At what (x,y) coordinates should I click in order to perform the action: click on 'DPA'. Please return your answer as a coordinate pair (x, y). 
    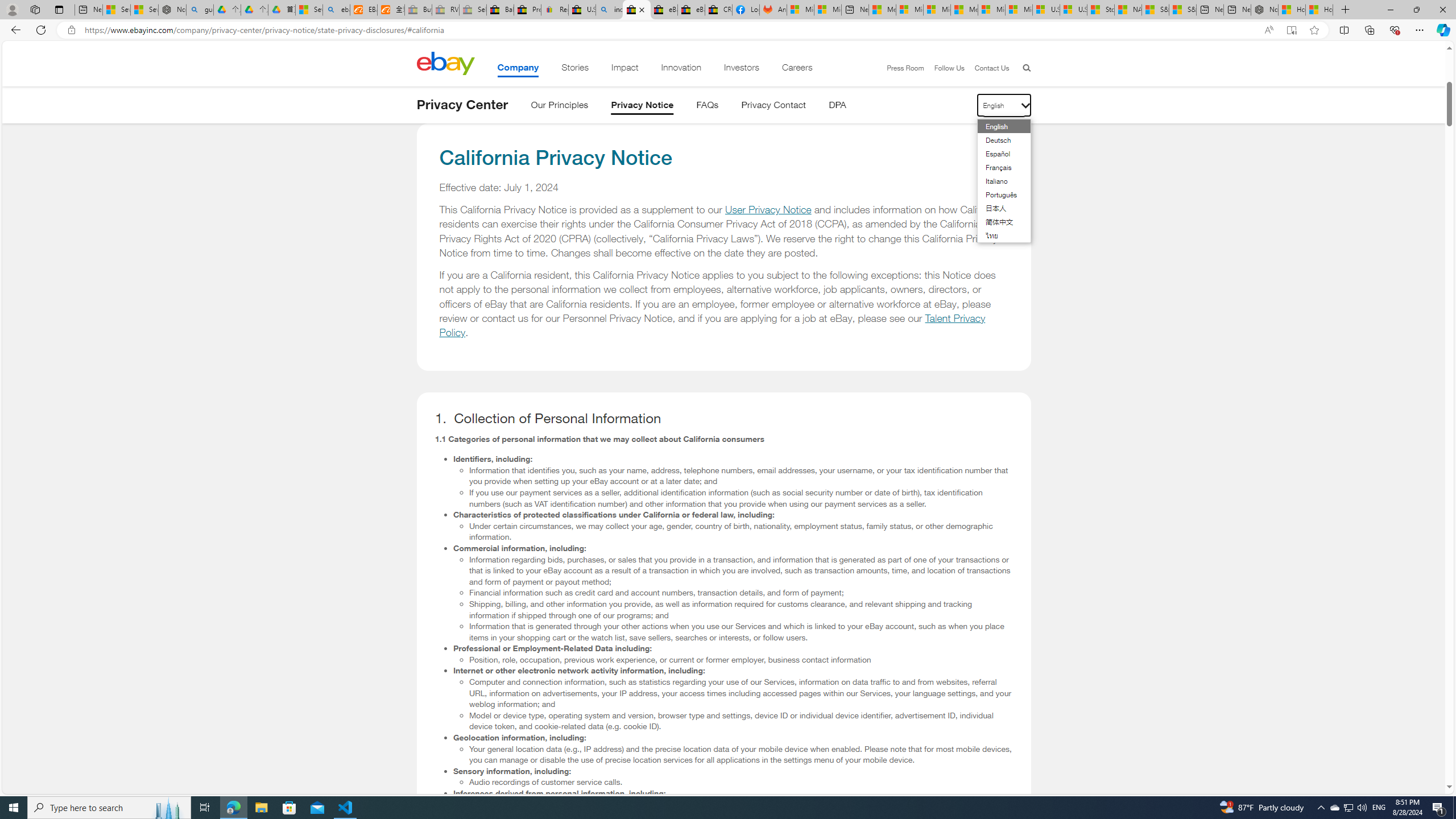
    Looking at the image, I should click on (837, 106).